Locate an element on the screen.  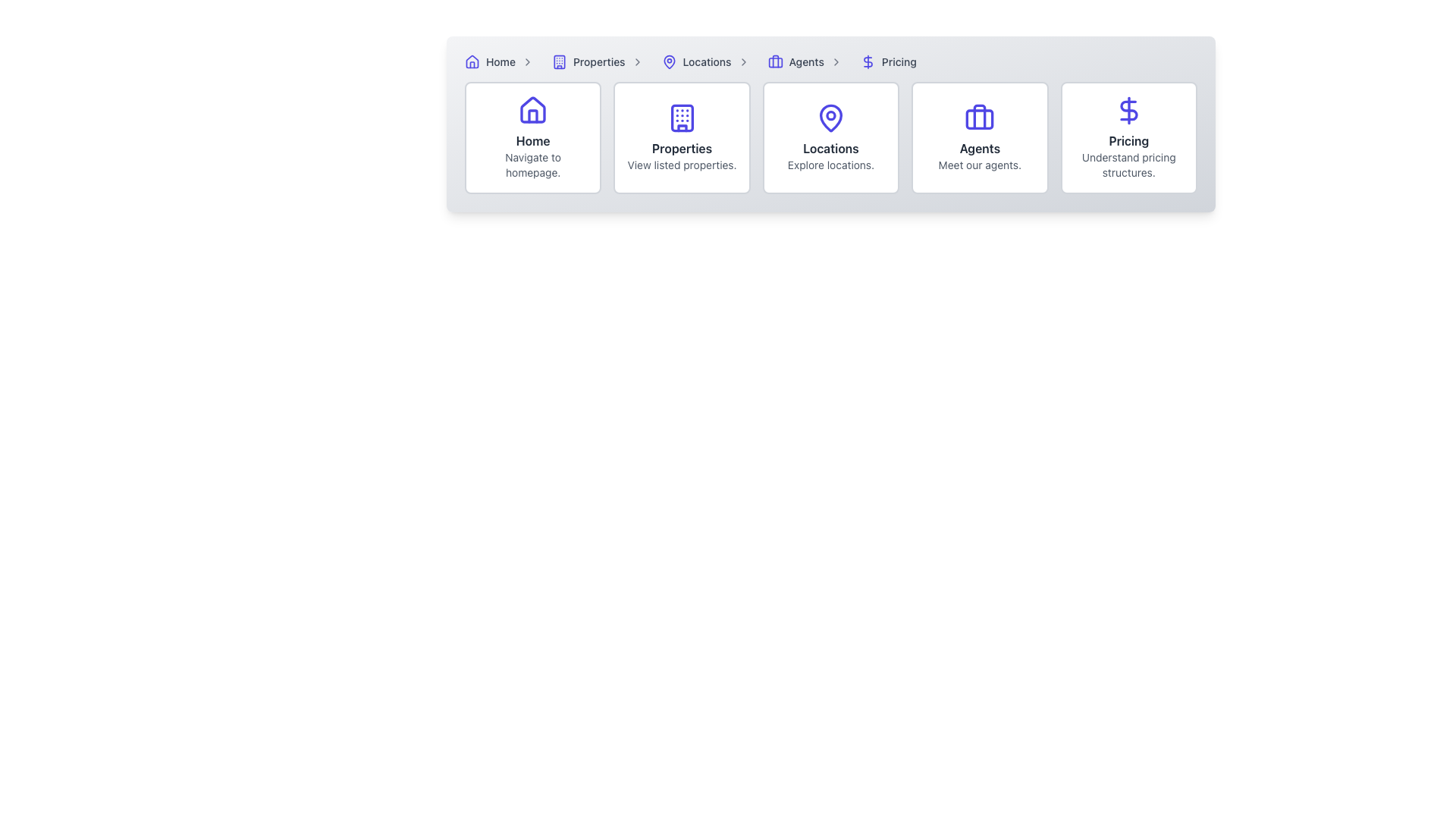
the building-like icon in the 'Properties' section, located in the second navigation card from the left is located at coordinates (681, 117).